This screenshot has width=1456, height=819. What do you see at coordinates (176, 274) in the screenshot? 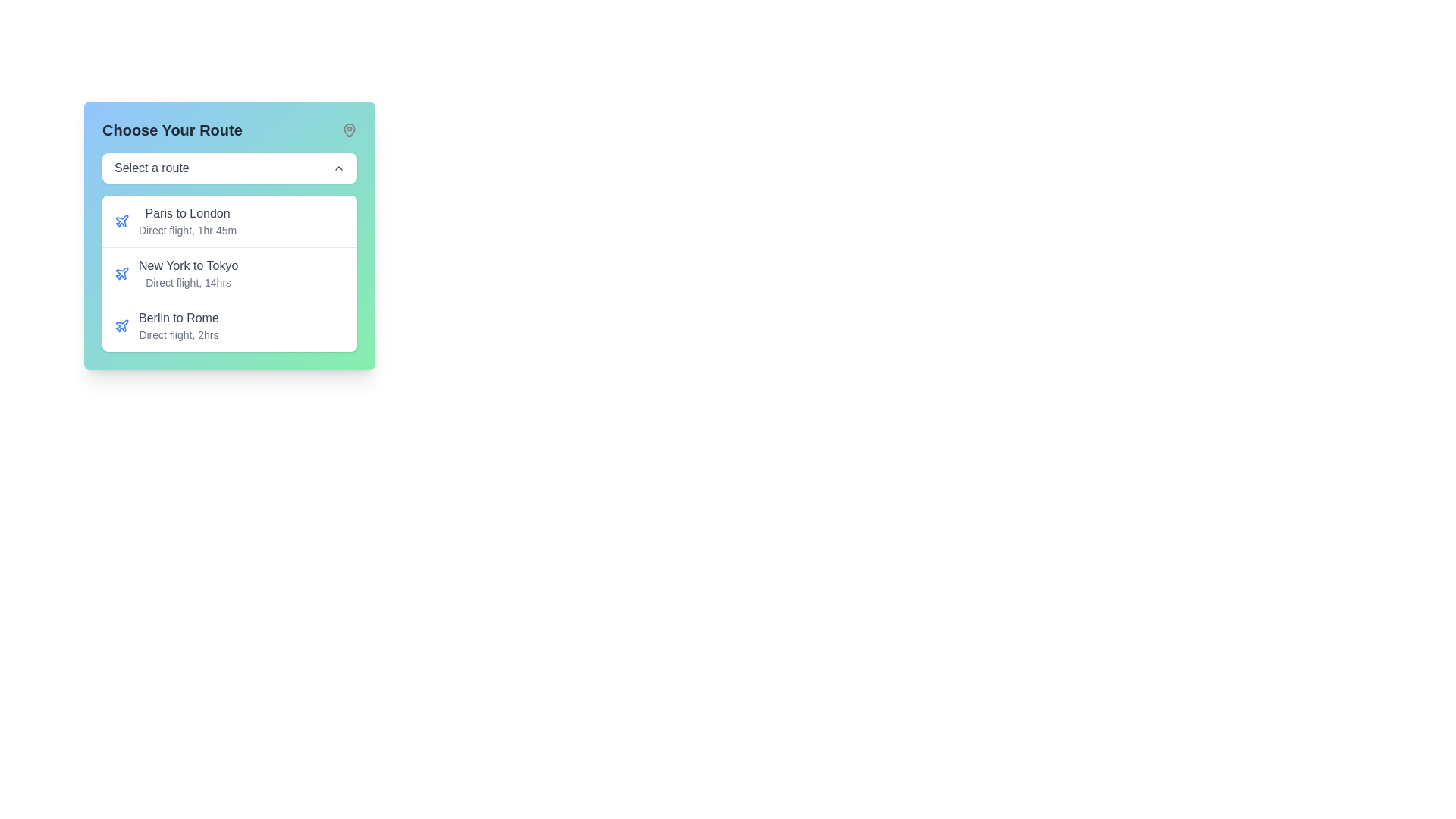
I see `the second selectable list item displaying the route option 'New York to Tokyo'` at bounding box center [176, 274].